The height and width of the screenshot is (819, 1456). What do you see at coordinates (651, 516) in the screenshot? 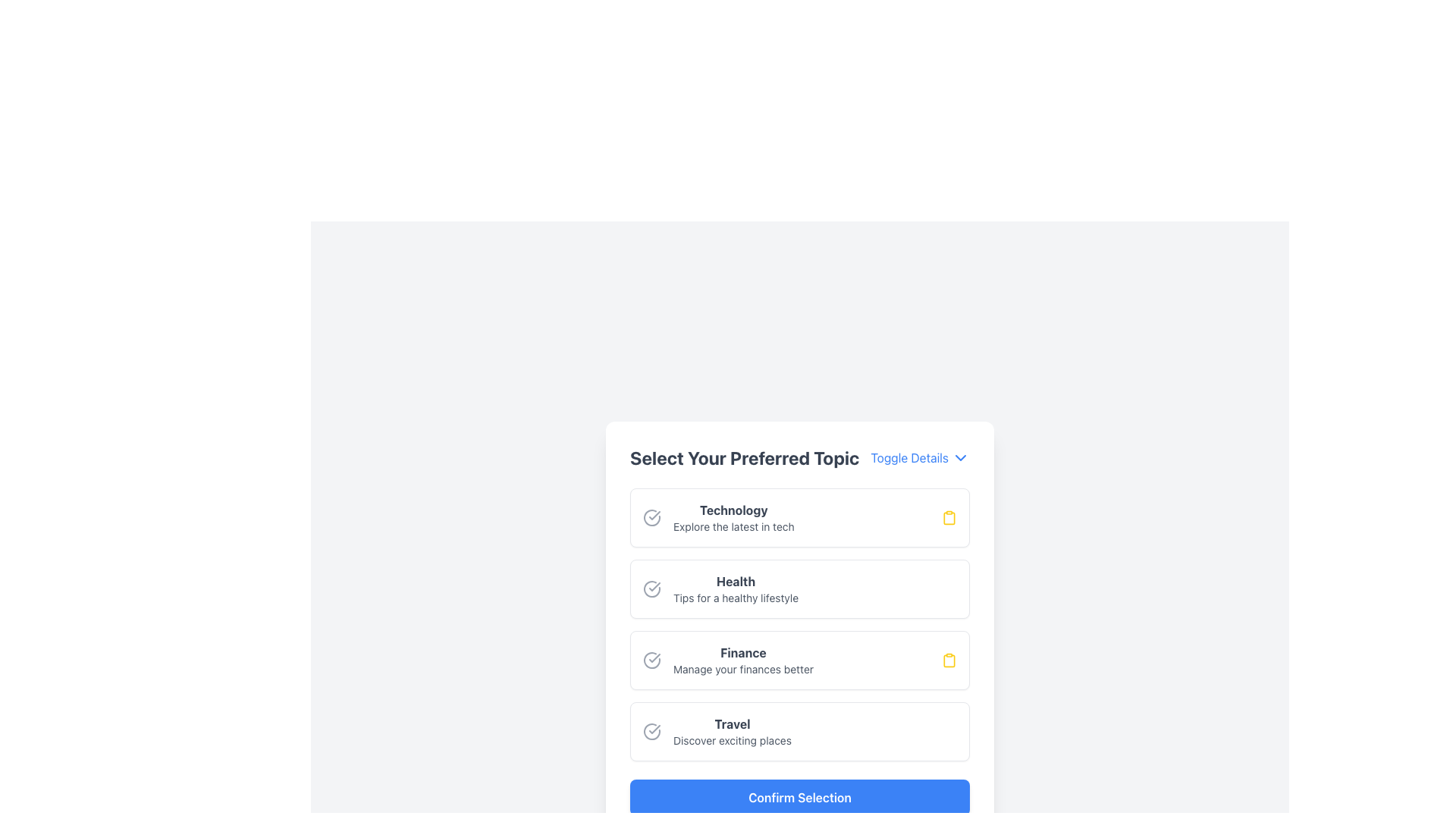
I see `the circular Selection Indicator (Checkmark Icon) to change the selection status` at bounding box center [651, 516].